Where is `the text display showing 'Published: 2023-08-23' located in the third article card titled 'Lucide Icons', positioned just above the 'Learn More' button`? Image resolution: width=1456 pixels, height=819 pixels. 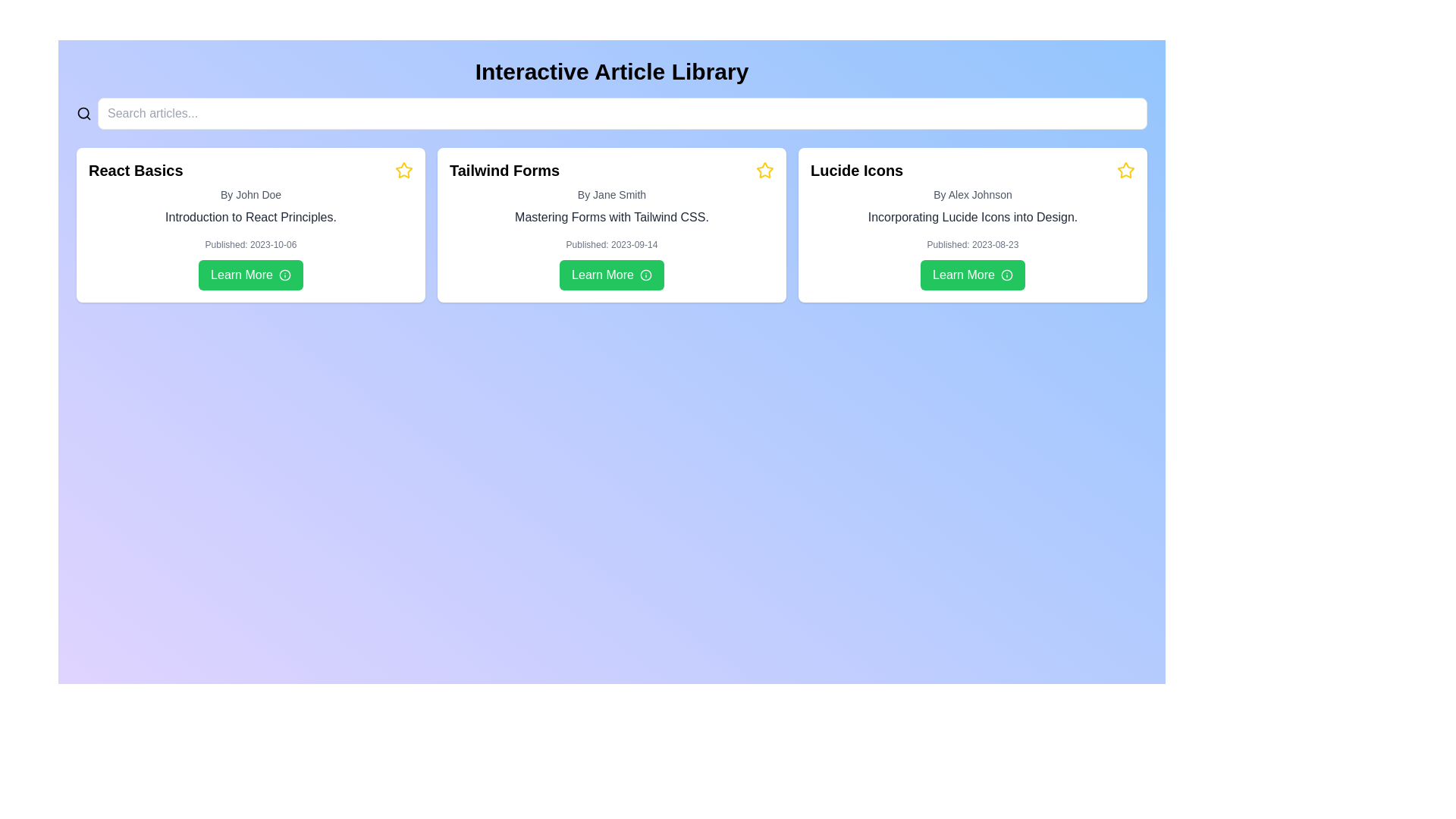
the text display showing 'Published: 2023-08-23' located in the third article card titled 'Lucide Icons', positioned just above the 'Learn More' button is located at coordinates (972, 244).